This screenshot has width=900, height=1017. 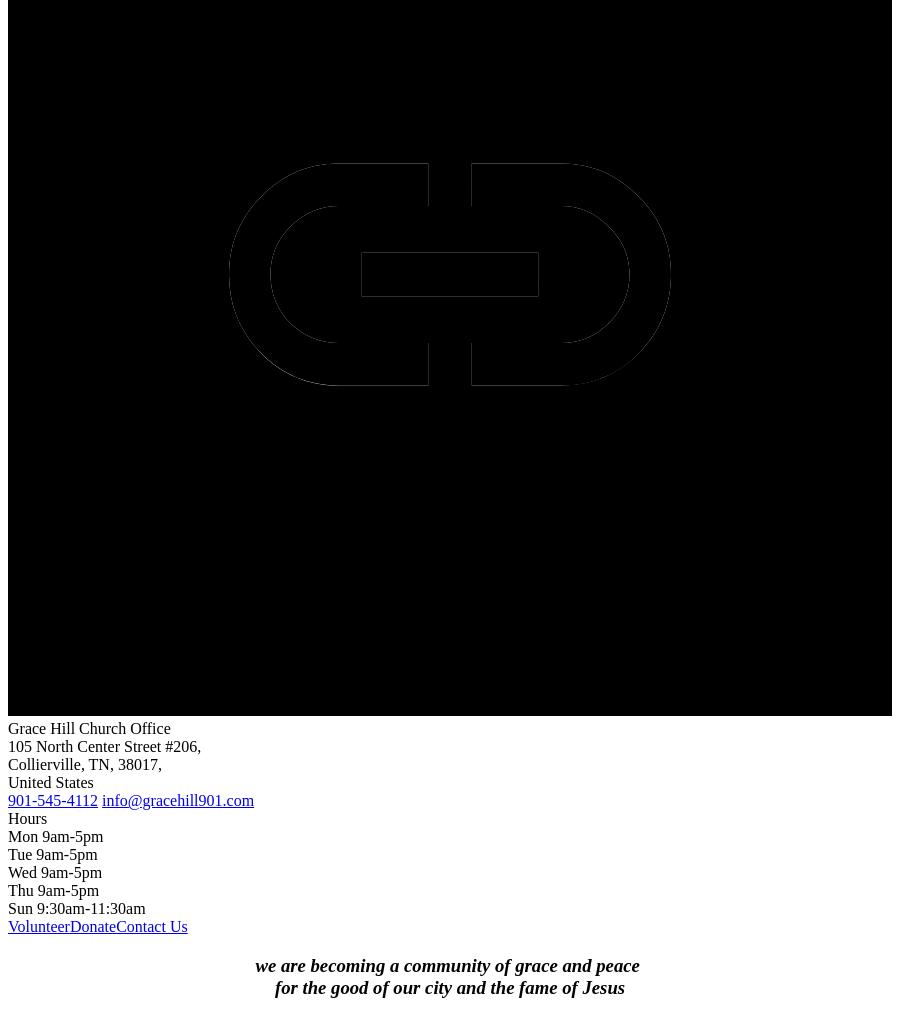 I want to click on 'Contact Us', so click(x=151, y=925).